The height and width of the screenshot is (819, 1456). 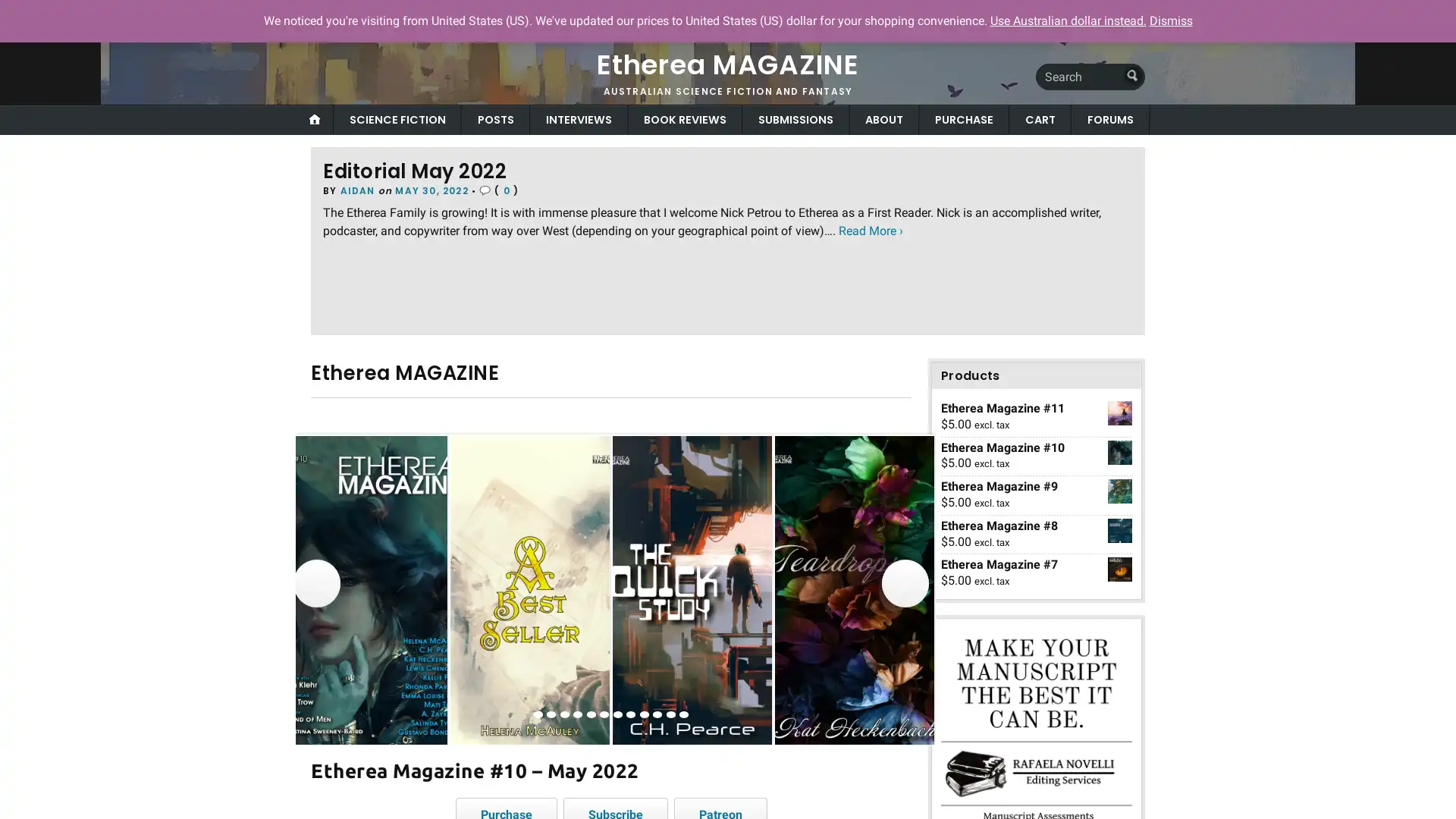 What do you see at coordinates (563, 714) in the screenshot?
I see `view image 3 of 12 in carousel` at bounding box center [563, 714].